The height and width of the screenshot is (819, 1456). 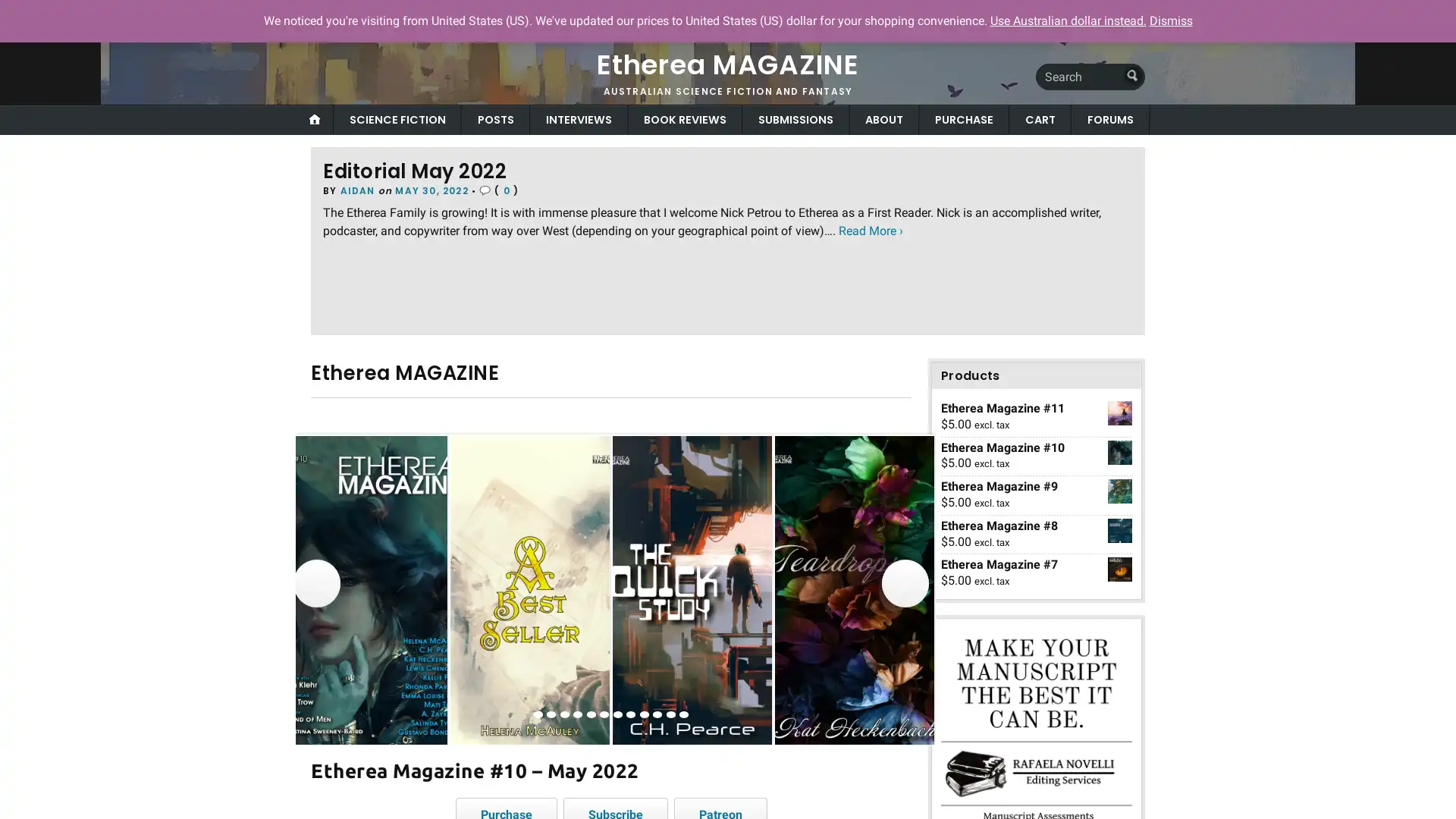 What do you see at coordinates (563, 714) in the screenshot?
I see `view image 3 of 12 in carousel` at bounding box center [563, 714].